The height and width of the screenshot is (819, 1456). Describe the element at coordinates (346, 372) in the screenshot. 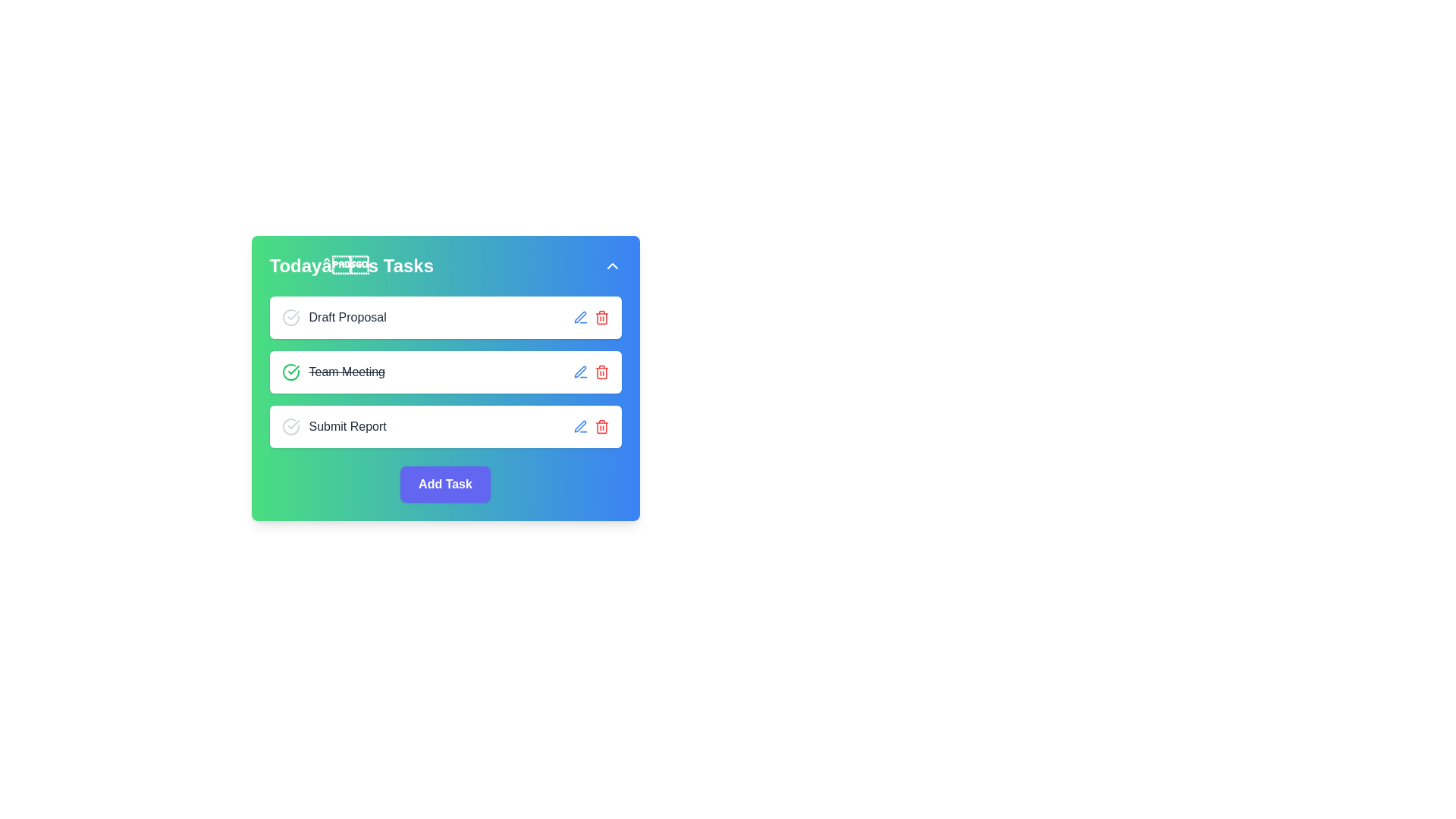

I see `the Text label indicating a completed task with line-through styling, located in the second row of a list, between 'Draft Proposal' and 'Submit Report'` at that location.